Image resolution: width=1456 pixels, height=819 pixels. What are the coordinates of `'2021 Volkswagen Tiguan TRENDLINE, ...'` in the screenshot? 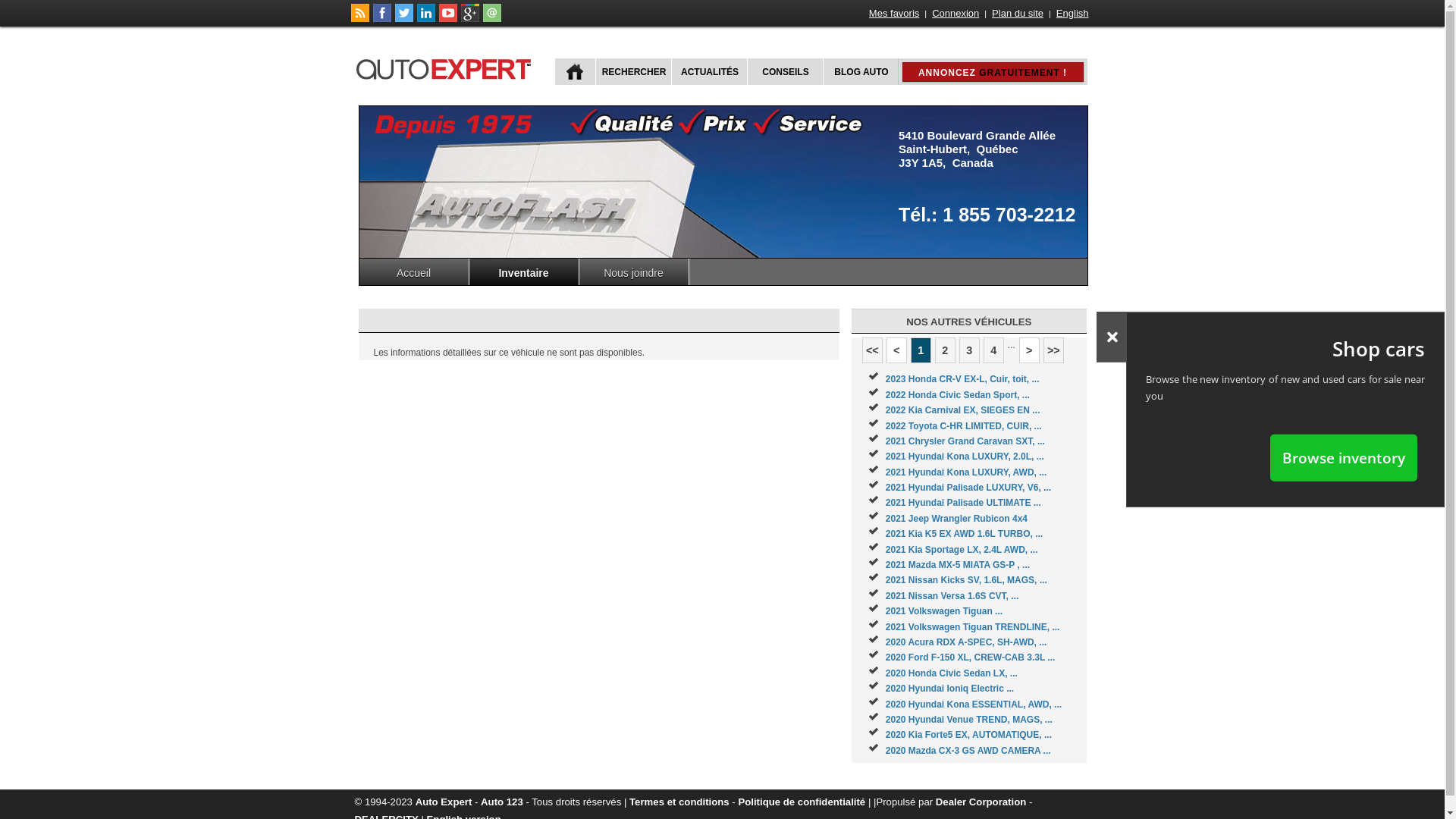 It's located at (972, 626).